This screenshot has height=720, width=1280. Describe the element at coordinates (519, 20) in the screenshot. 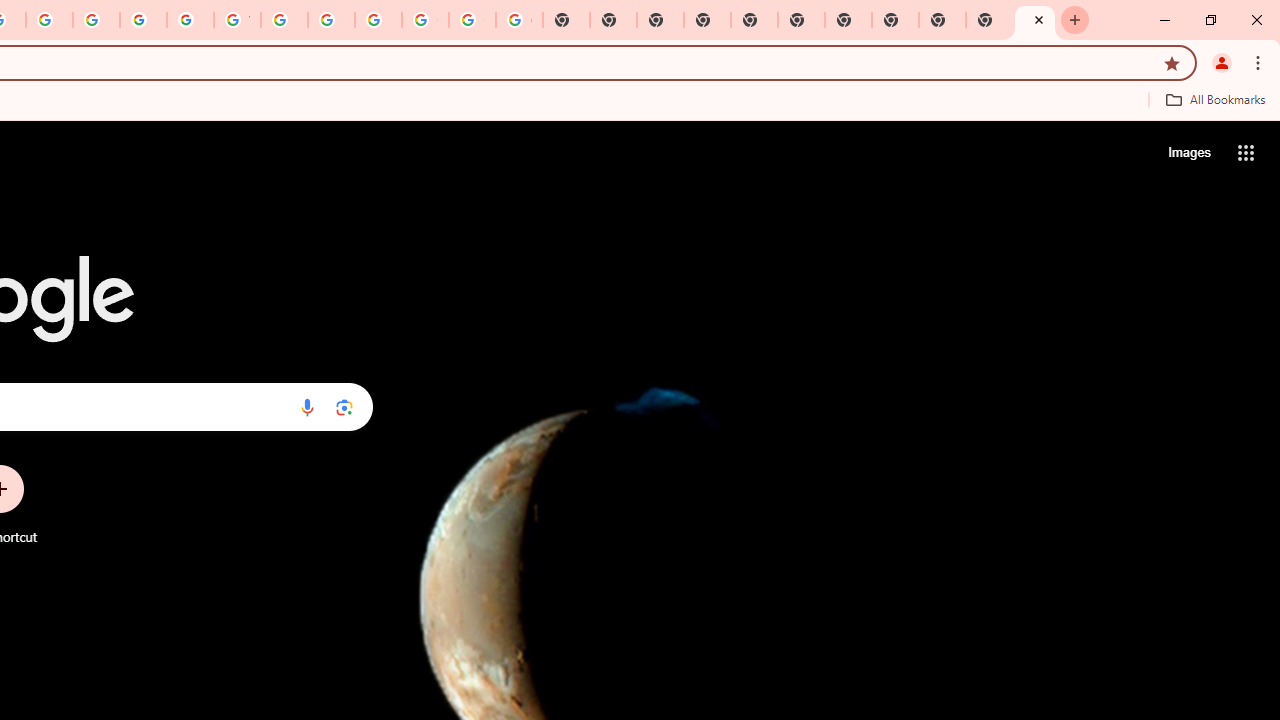

I see `'Google Images'` at that location.